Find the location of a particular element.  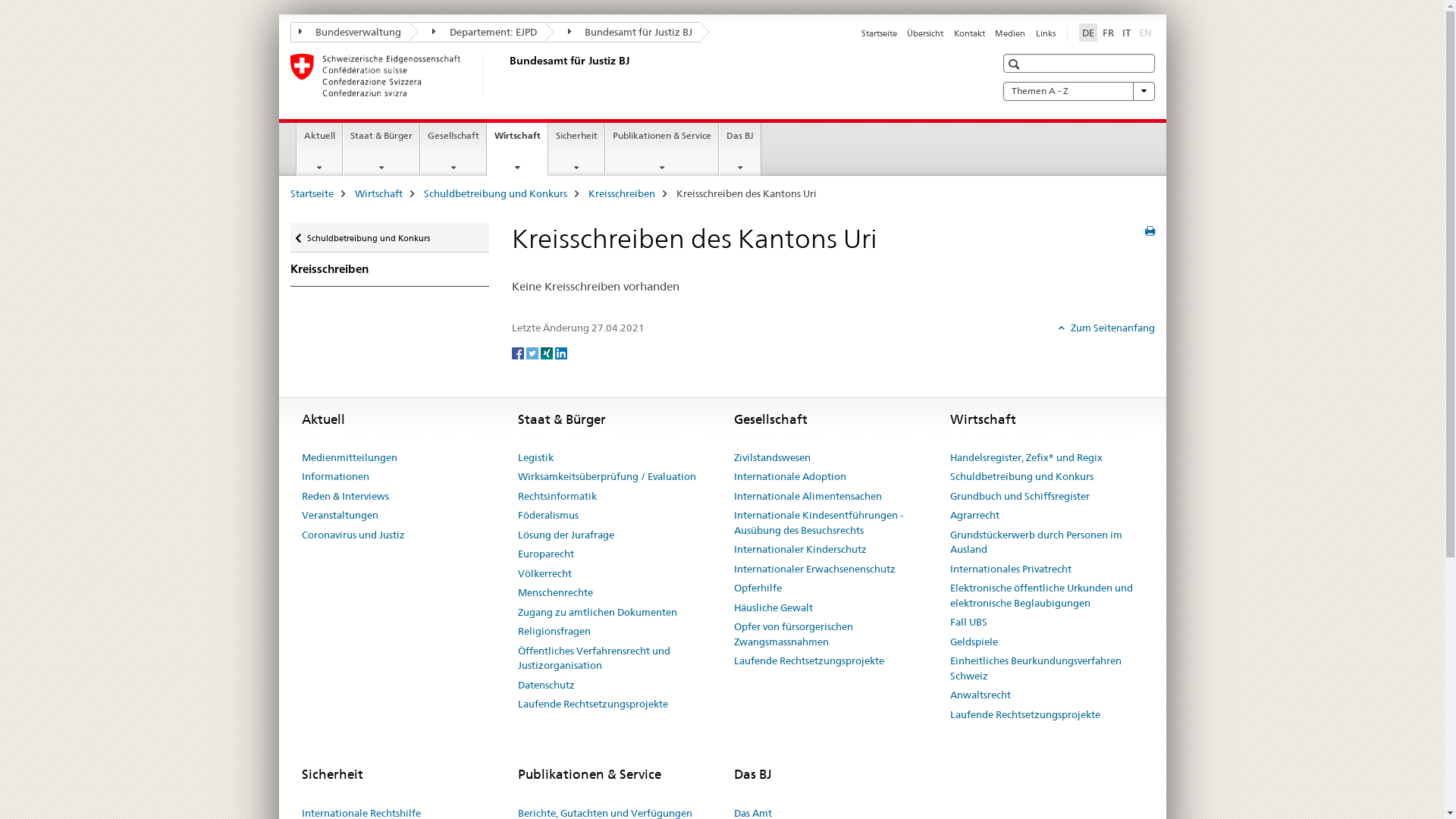

'Medien' is located at coordinates (1010, 33).